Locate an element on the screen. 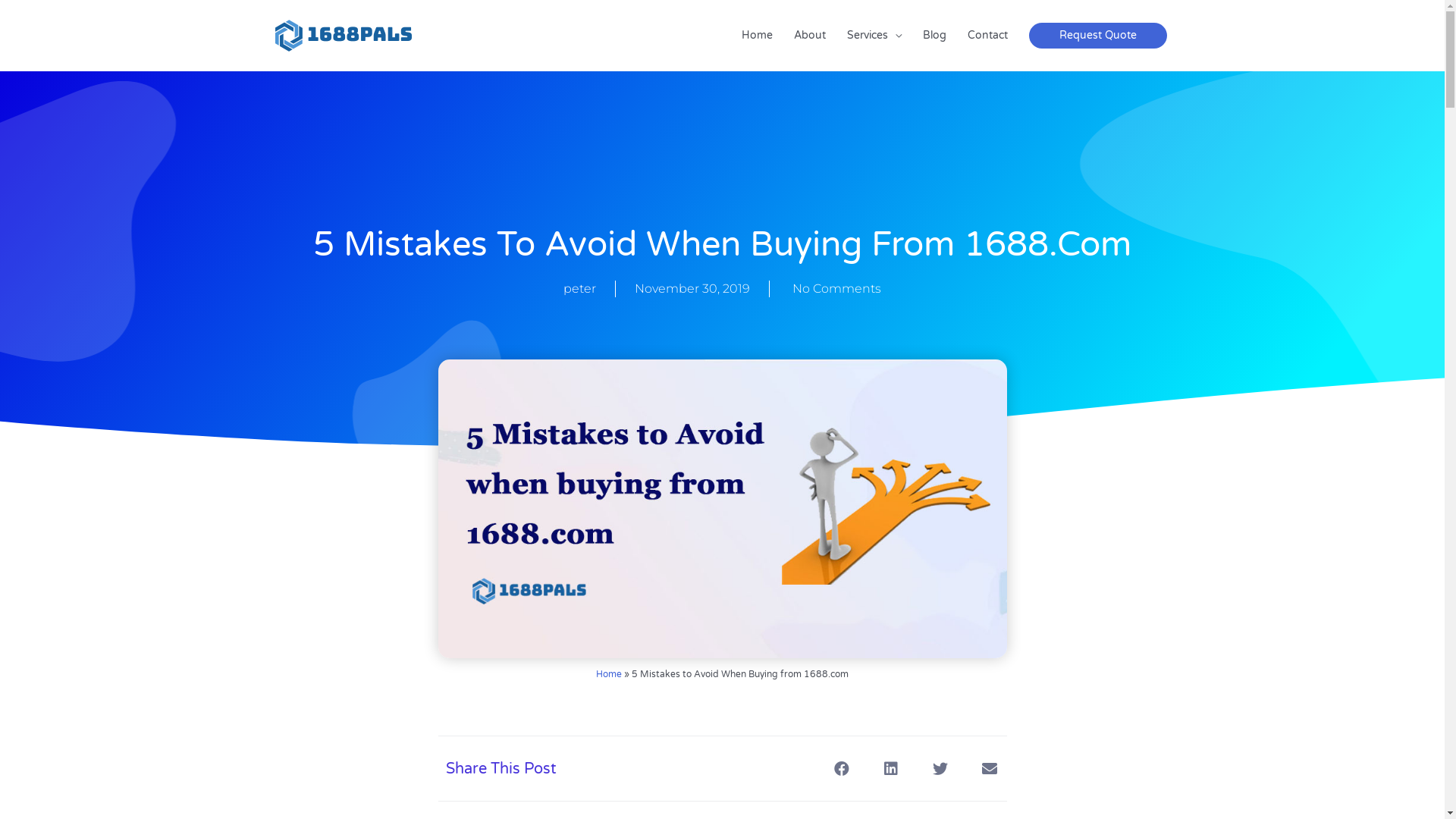  'Contact' is located at coordinates (987, 34).